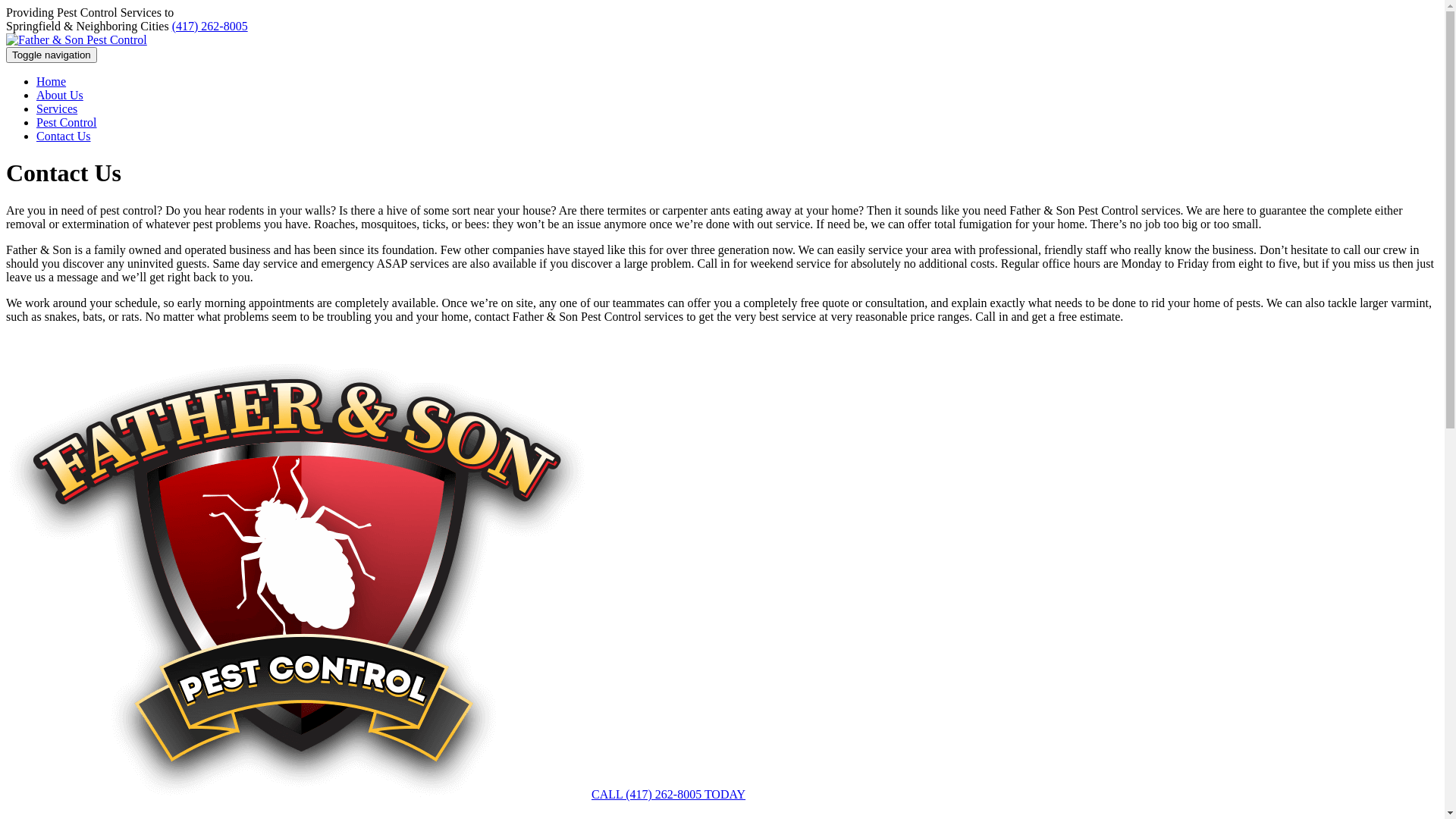  Describe the element at coordinates (51, 81) in the screenshot. I see `'Home'` at that location.